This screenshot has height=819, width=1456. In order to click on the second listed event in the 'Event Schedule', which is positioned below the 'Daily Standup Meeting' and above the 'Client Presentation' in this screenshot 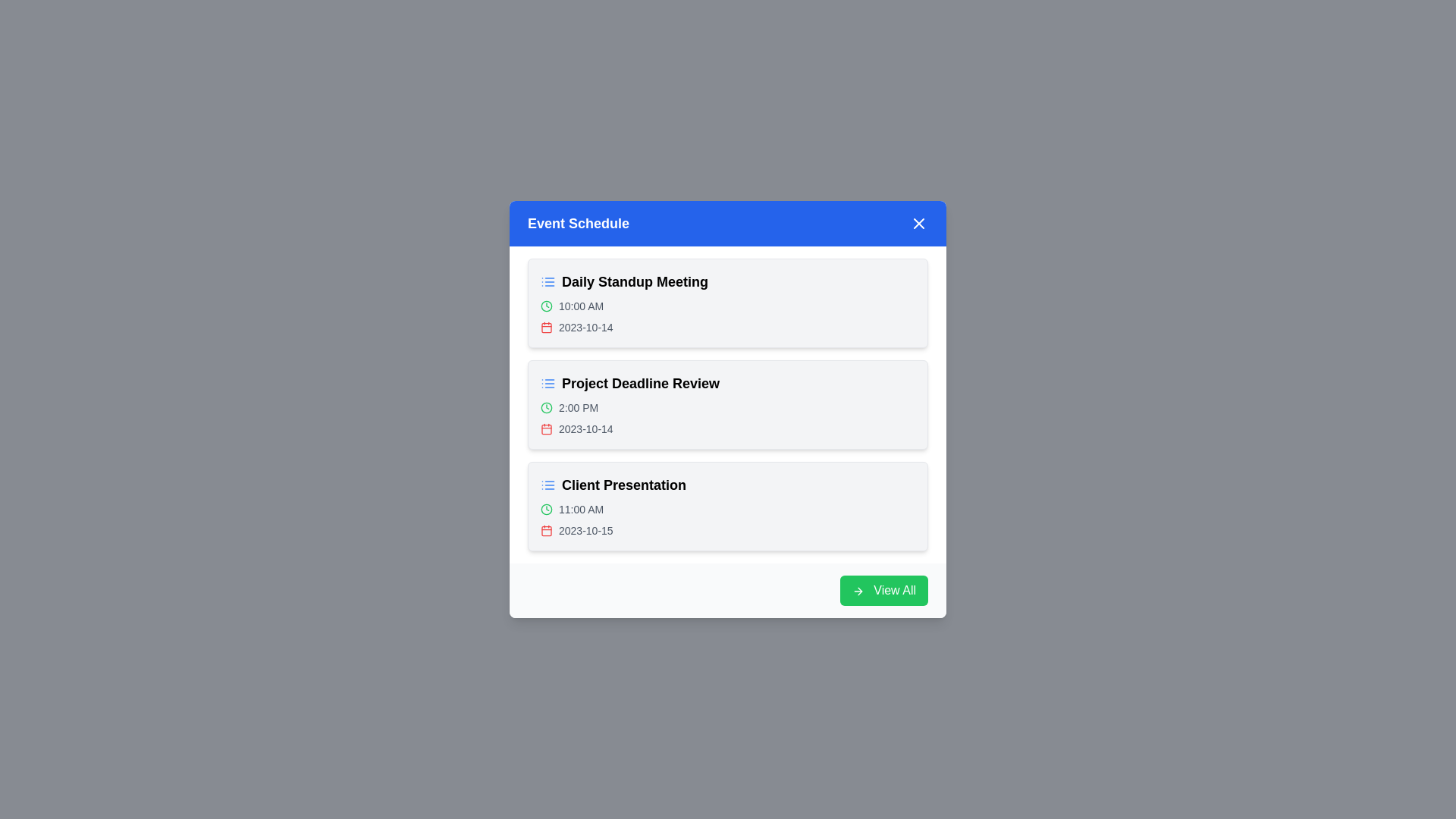, I will do `click(728, 403)`.